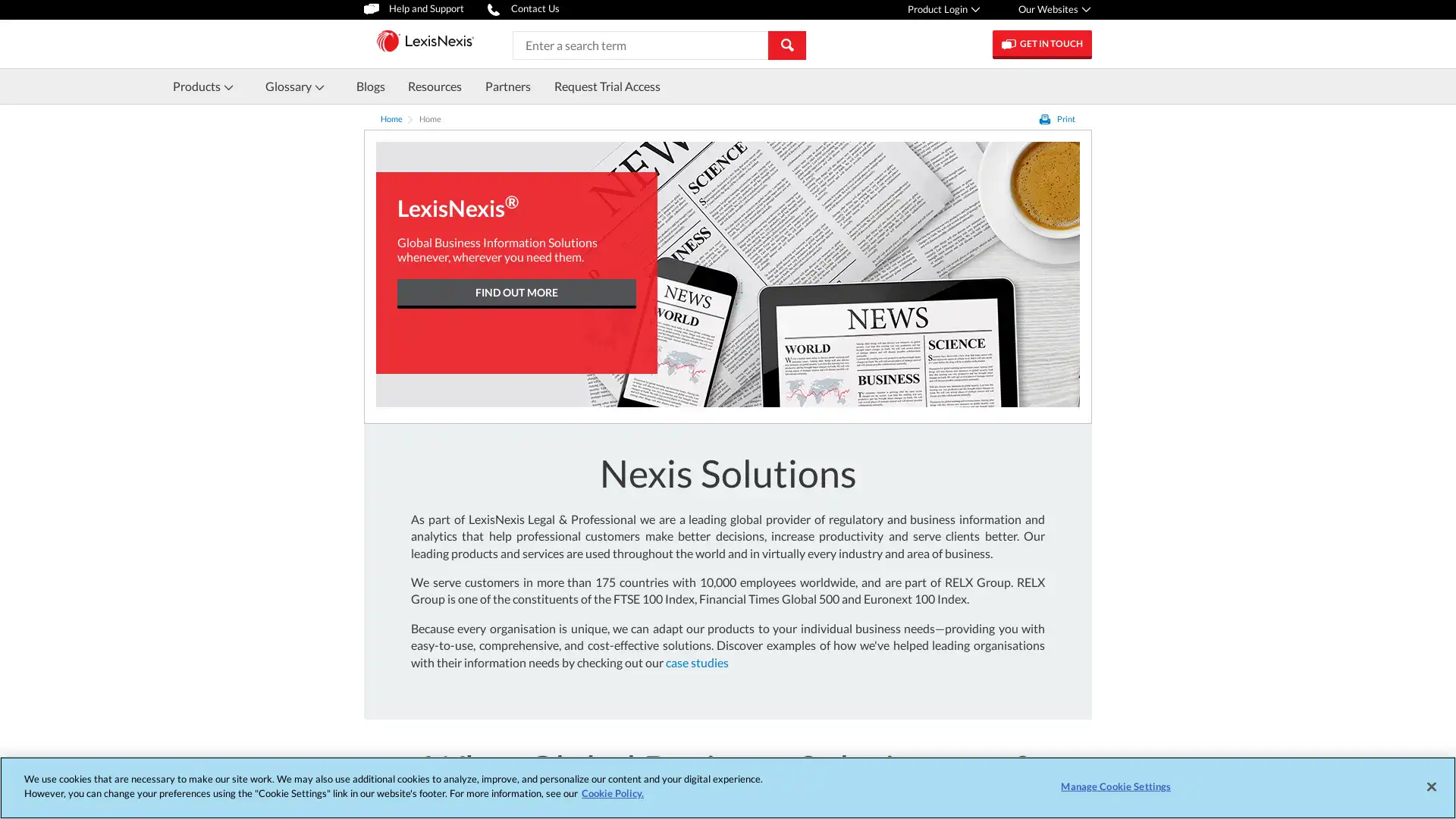 This screenshot has height=819, width=1456. I want to click on Close, so click(1430, 786).